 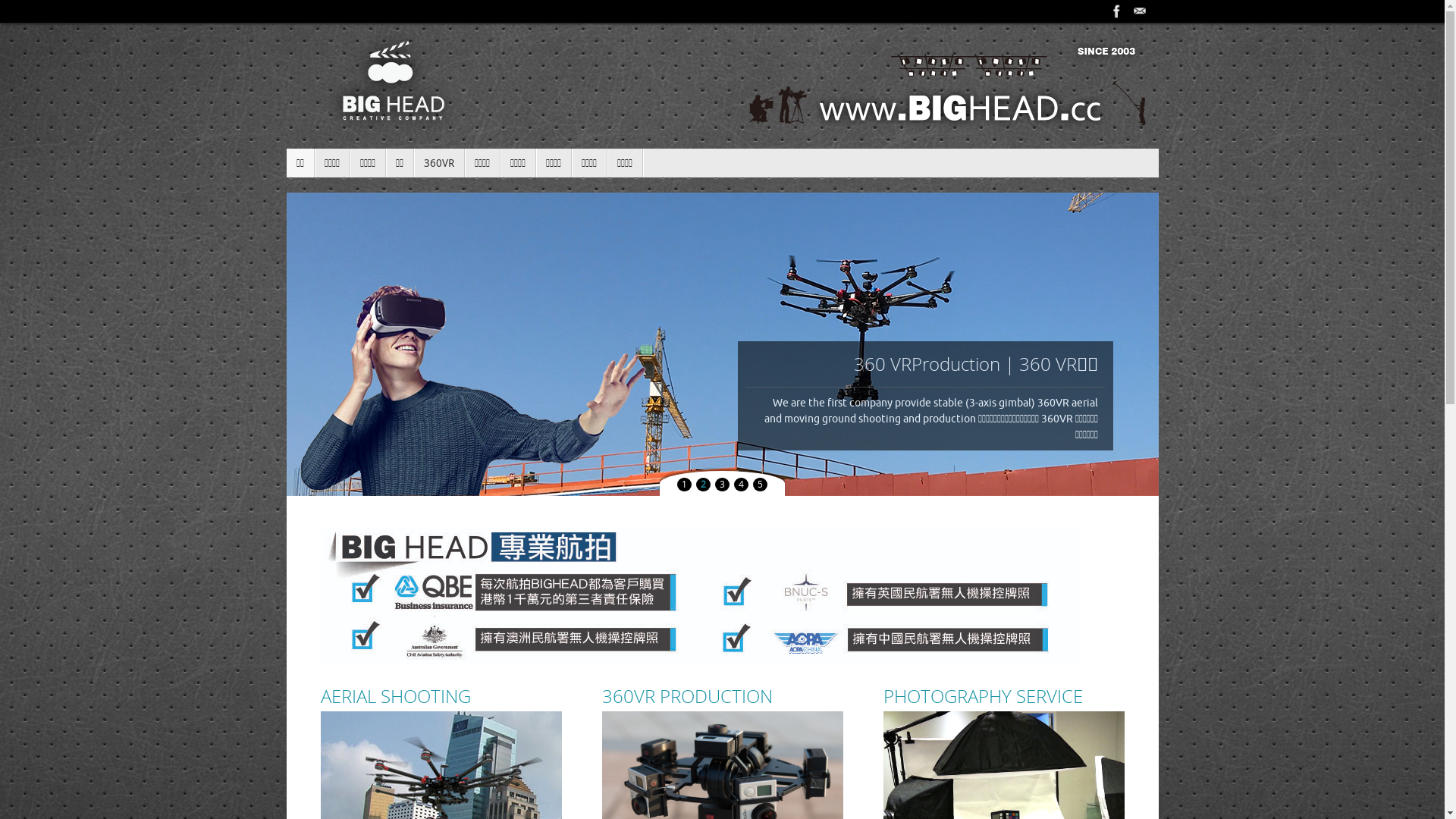 What do you see at coordinates (721, 485) in the screenshot?
I see `'3'` at bounding box center [721, 485].